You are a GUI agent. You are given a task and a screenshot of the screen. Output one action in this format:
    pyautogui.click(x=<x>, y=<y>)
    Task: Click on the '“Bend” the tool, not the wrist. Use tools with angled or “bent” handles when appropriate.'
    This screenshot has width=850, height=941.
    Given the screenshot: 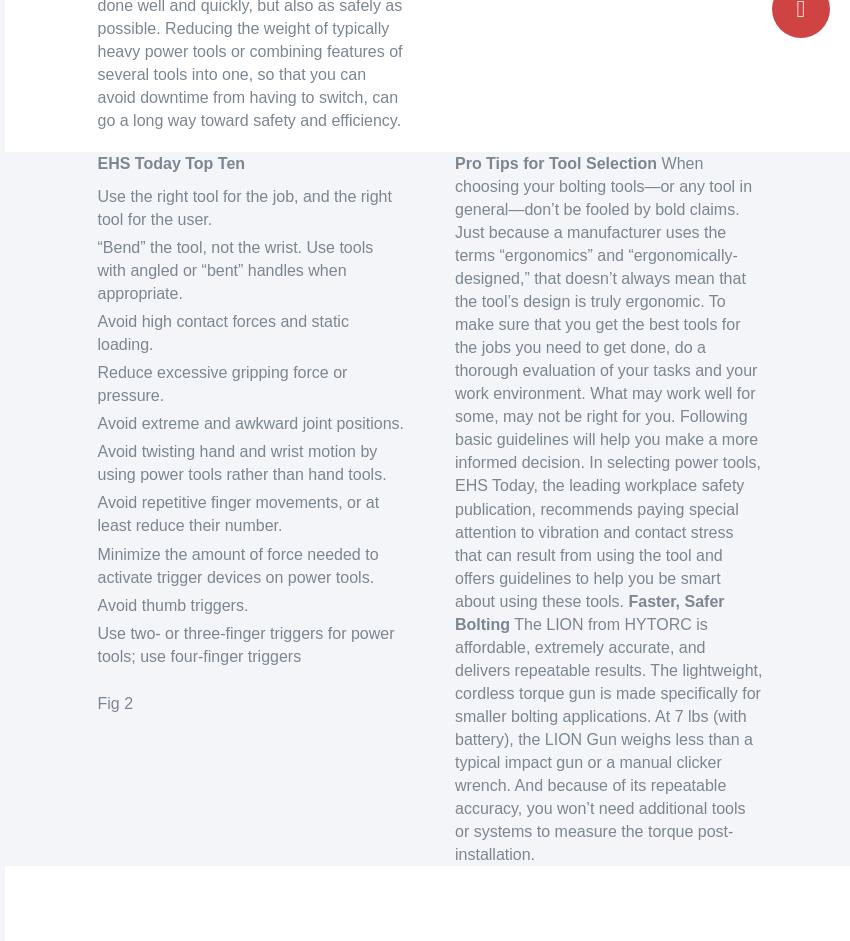 What is the action you would take?
    pyautogui.click(x=235, y=270)
    